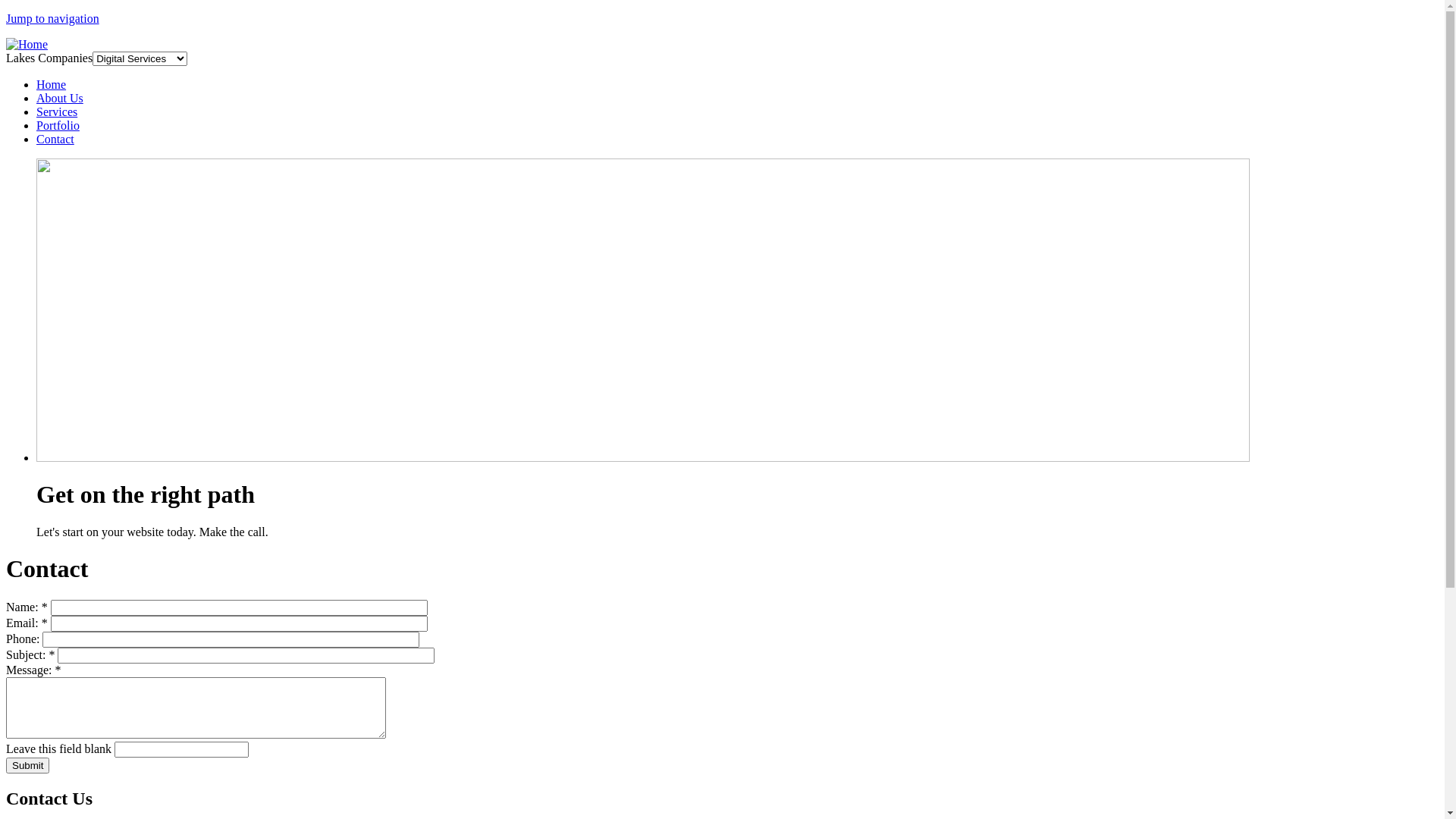 The height and width of the screenshot is (819, 1456). Describe the element at coordinates (51, 84) in the screenshot. I see `'Home'` at that location.